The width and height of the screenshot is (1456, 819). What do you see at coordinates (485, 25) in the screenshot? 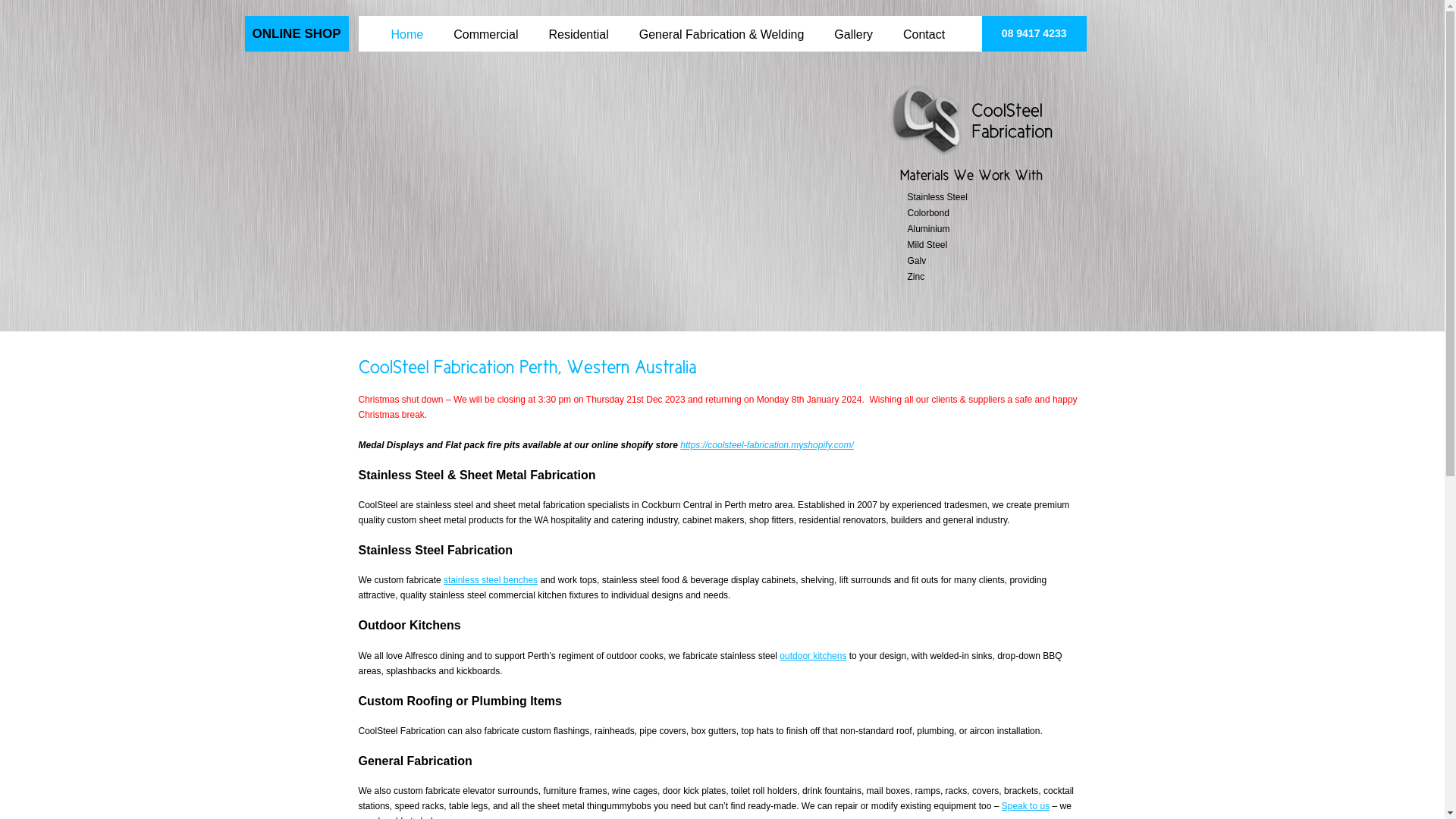
I see `'Commercial'` at bounding box center [485, 25].